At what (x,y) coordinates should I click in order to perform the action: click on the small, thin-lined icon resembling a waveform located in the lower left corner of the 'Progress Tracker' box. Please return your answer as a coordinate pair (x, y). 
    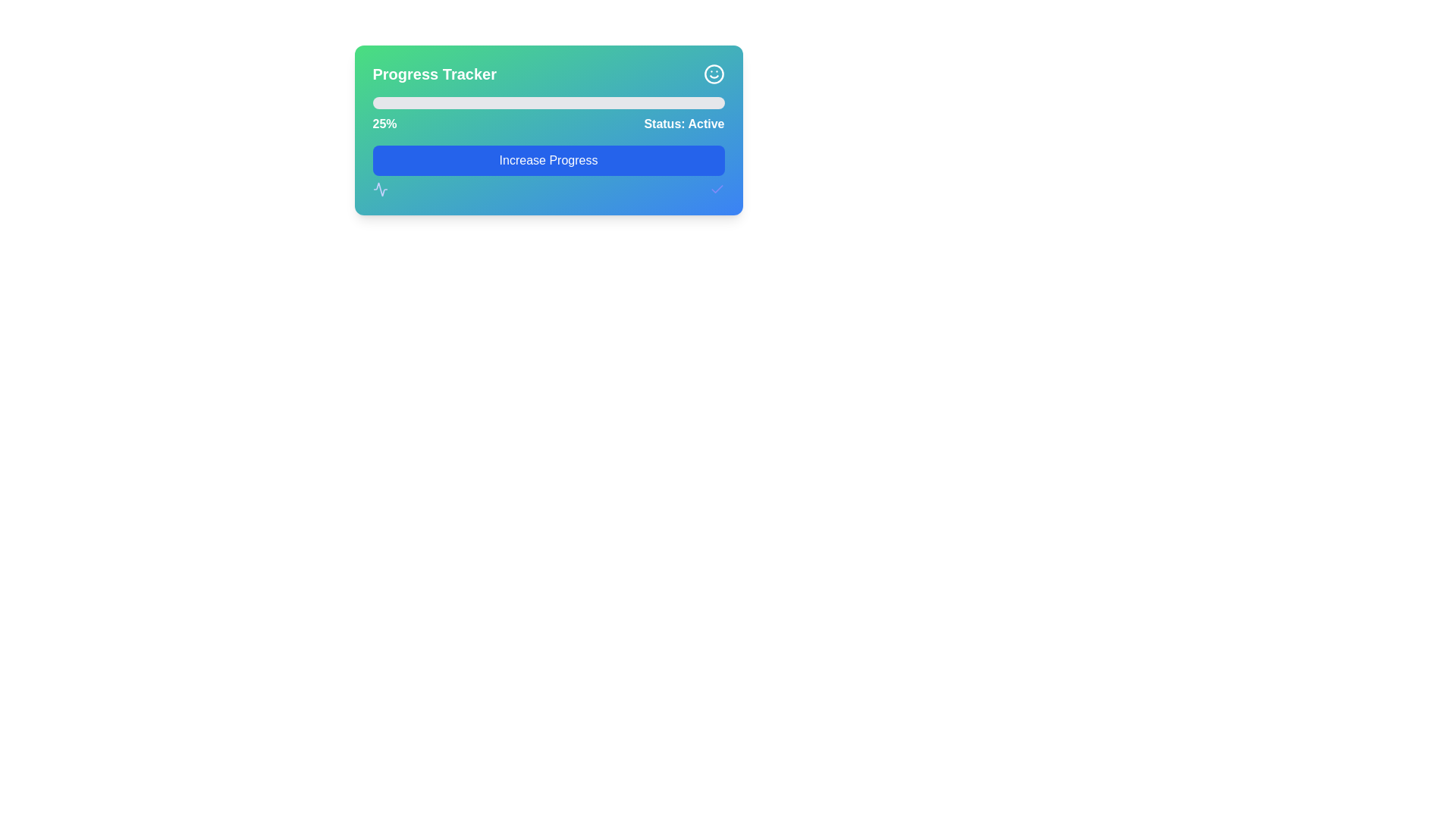
    Looking at the image, I should click on (380, 189).